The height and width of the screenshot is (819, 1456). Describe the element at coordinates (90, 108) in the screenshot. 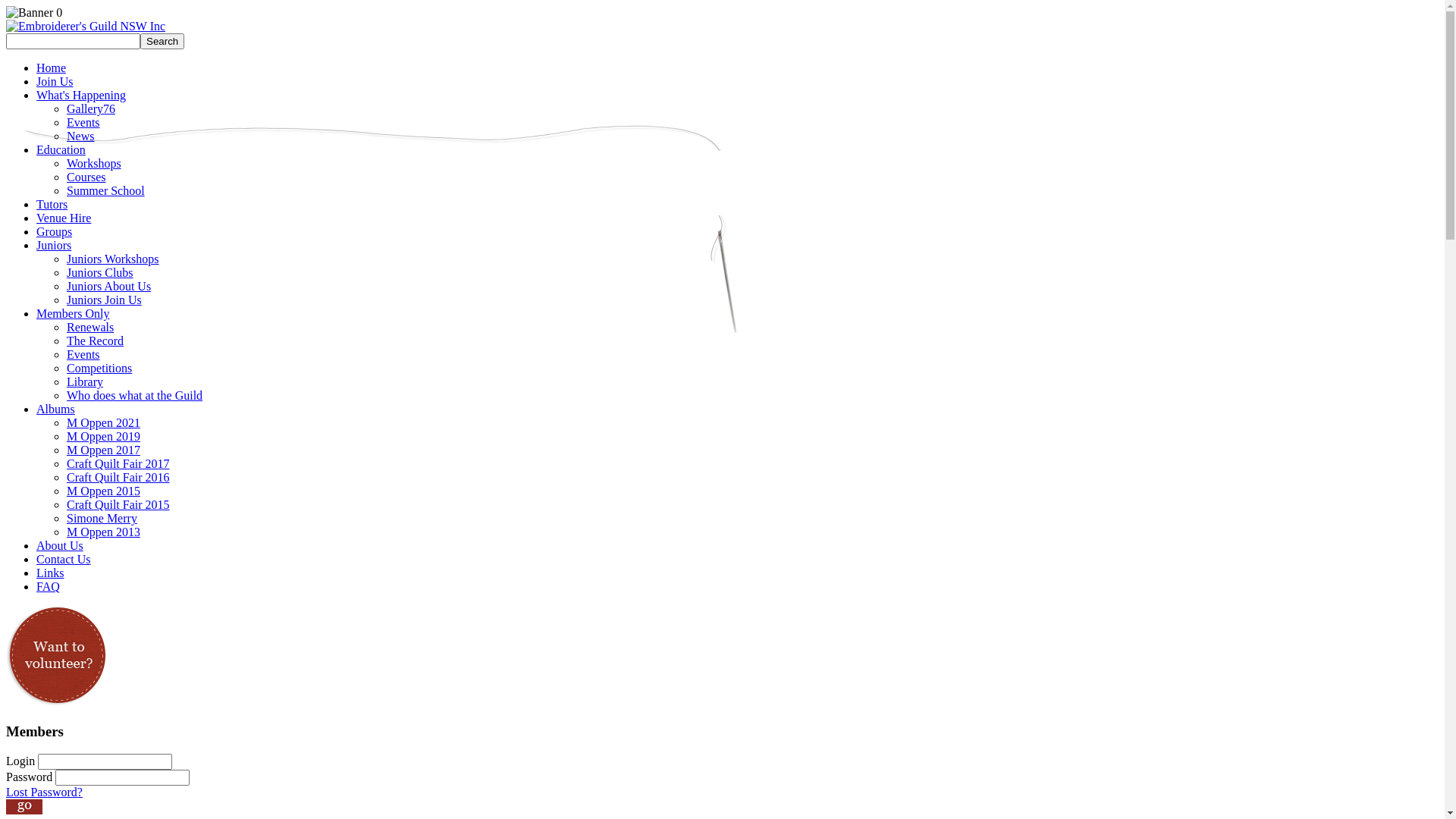

I see `'Gallery76'` at that location.